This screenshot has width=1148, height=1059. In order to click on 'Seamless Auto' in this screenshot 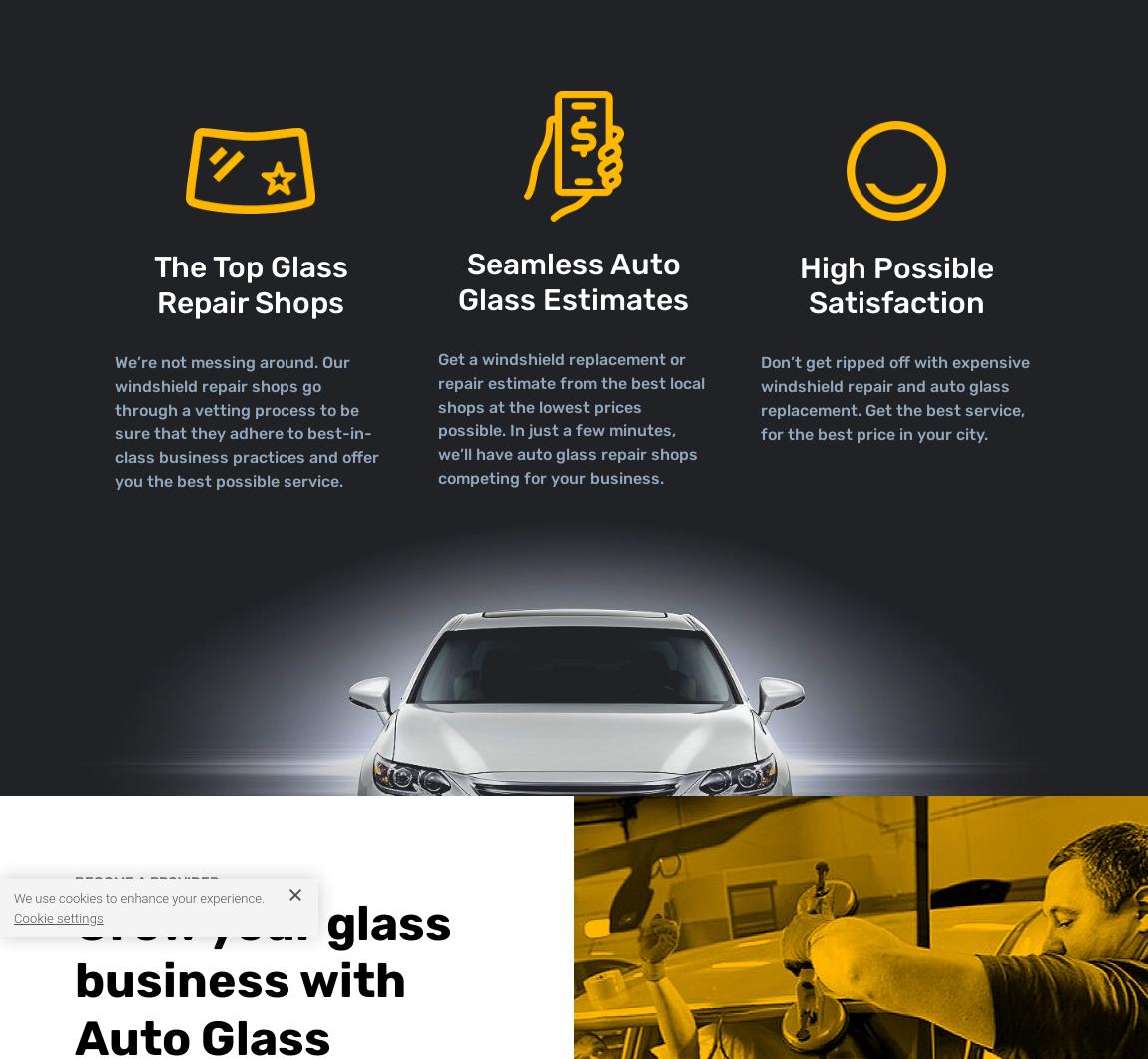, I will do `click(572, 263)`.